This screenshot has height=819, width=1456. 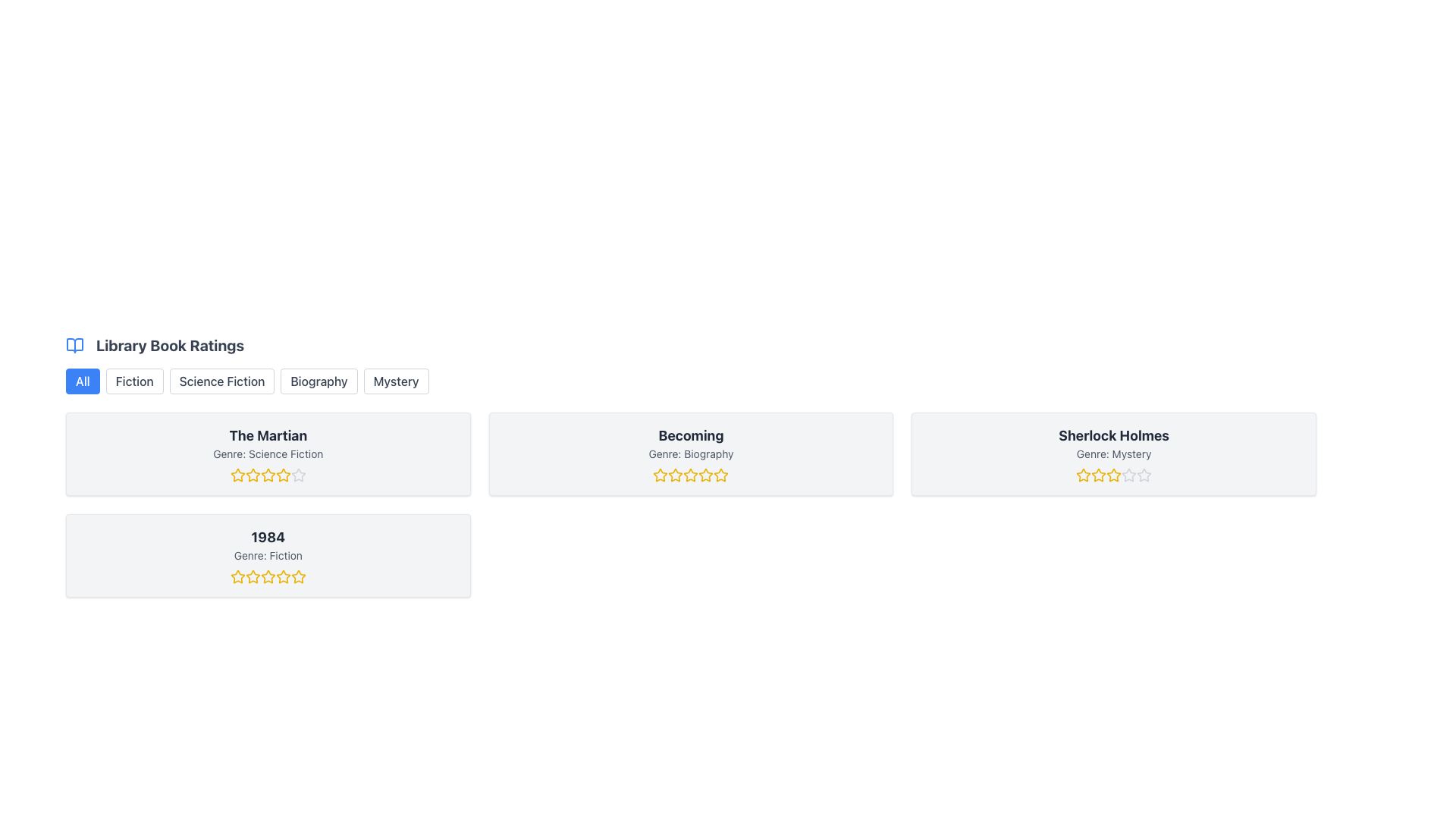 I want to click on the 'Fiction' button, which is the second button in a horizontal navigation bar, so click(x=134, y=380).